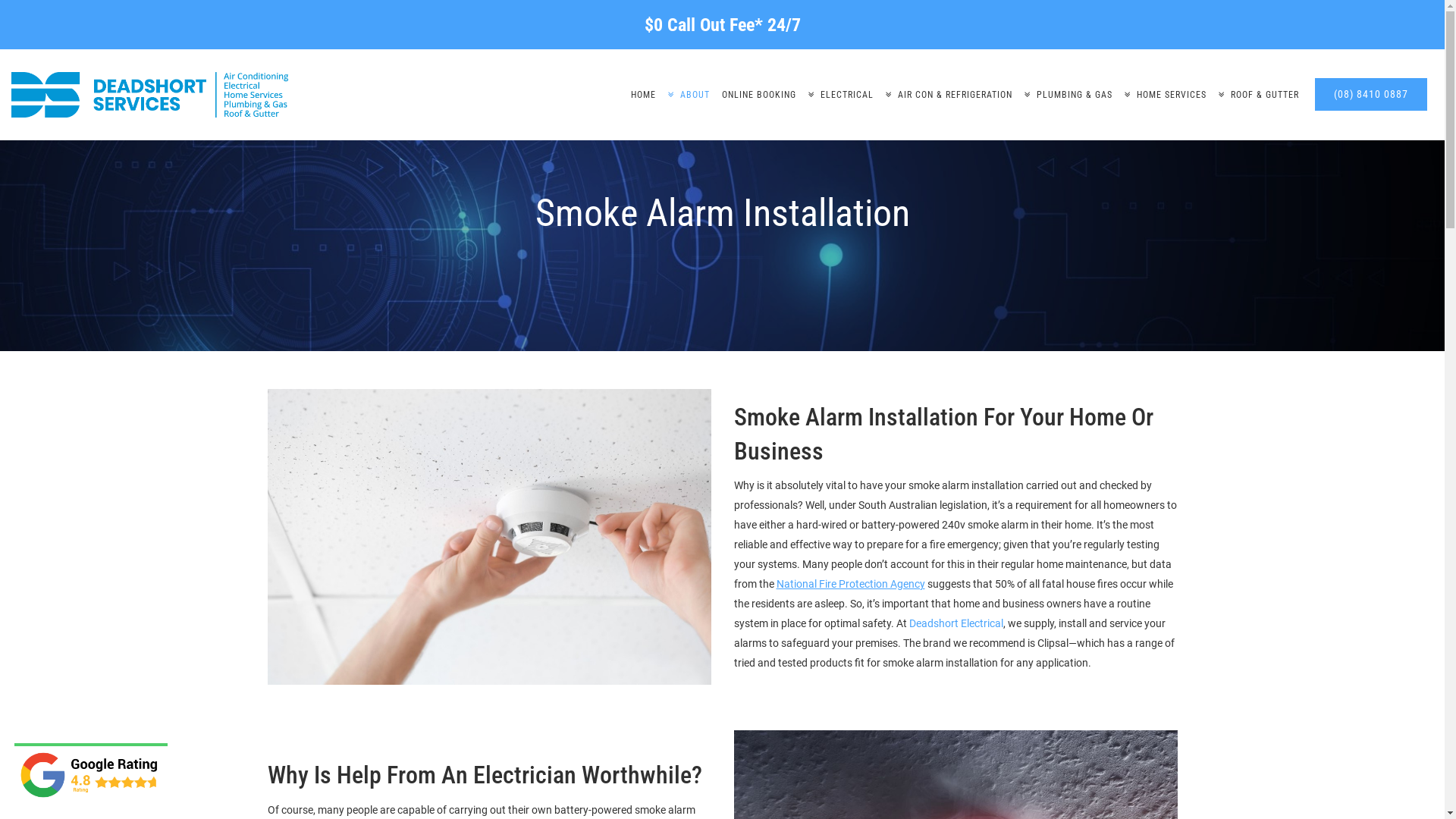 The image size is (1456, 819). What do you see at coordinates (643, 94) in the screenshot?
I see `'HOME'` at bounding box center [643, 94].